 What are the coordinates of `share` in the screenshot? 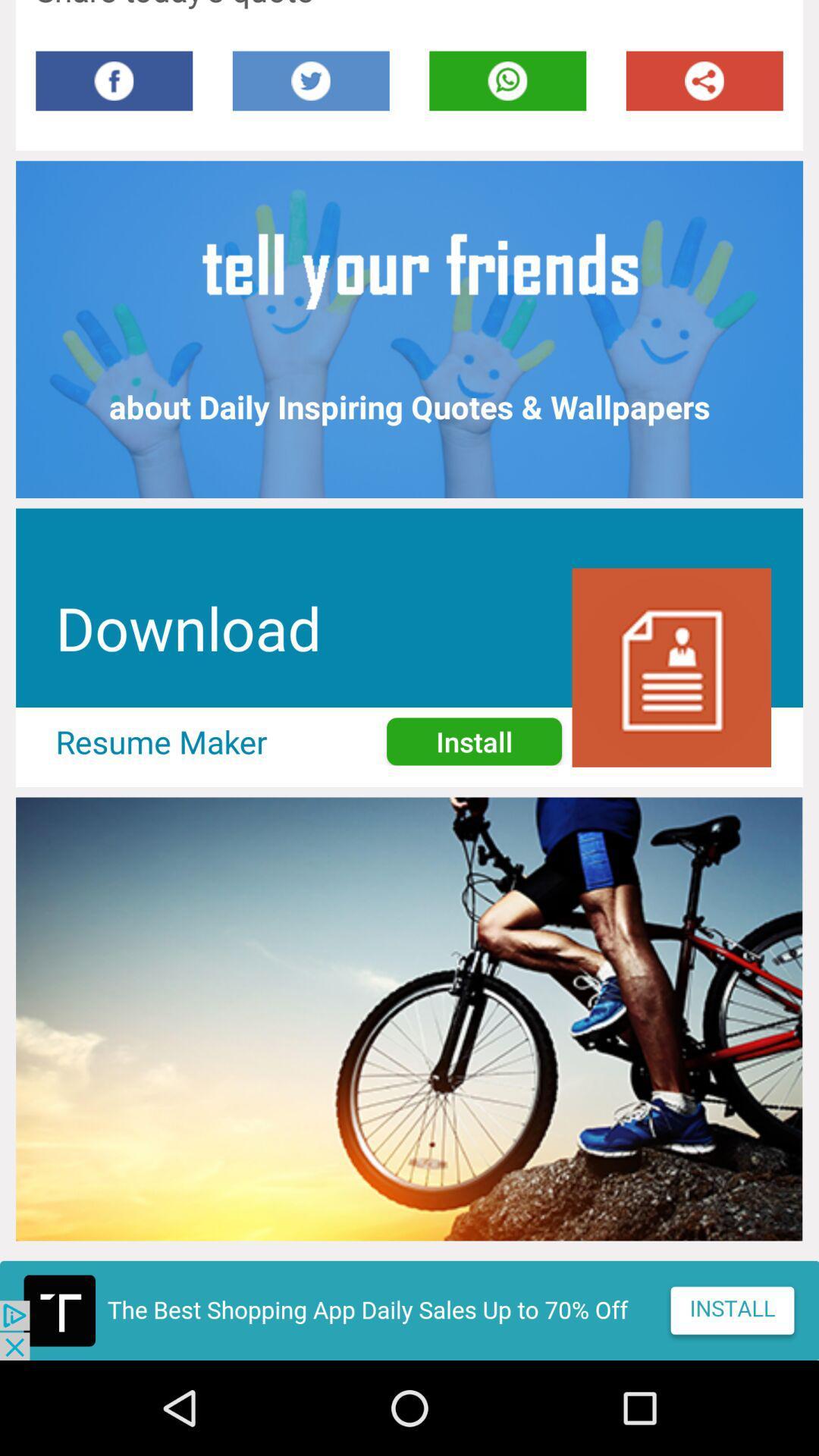 It's located at (704, 80).